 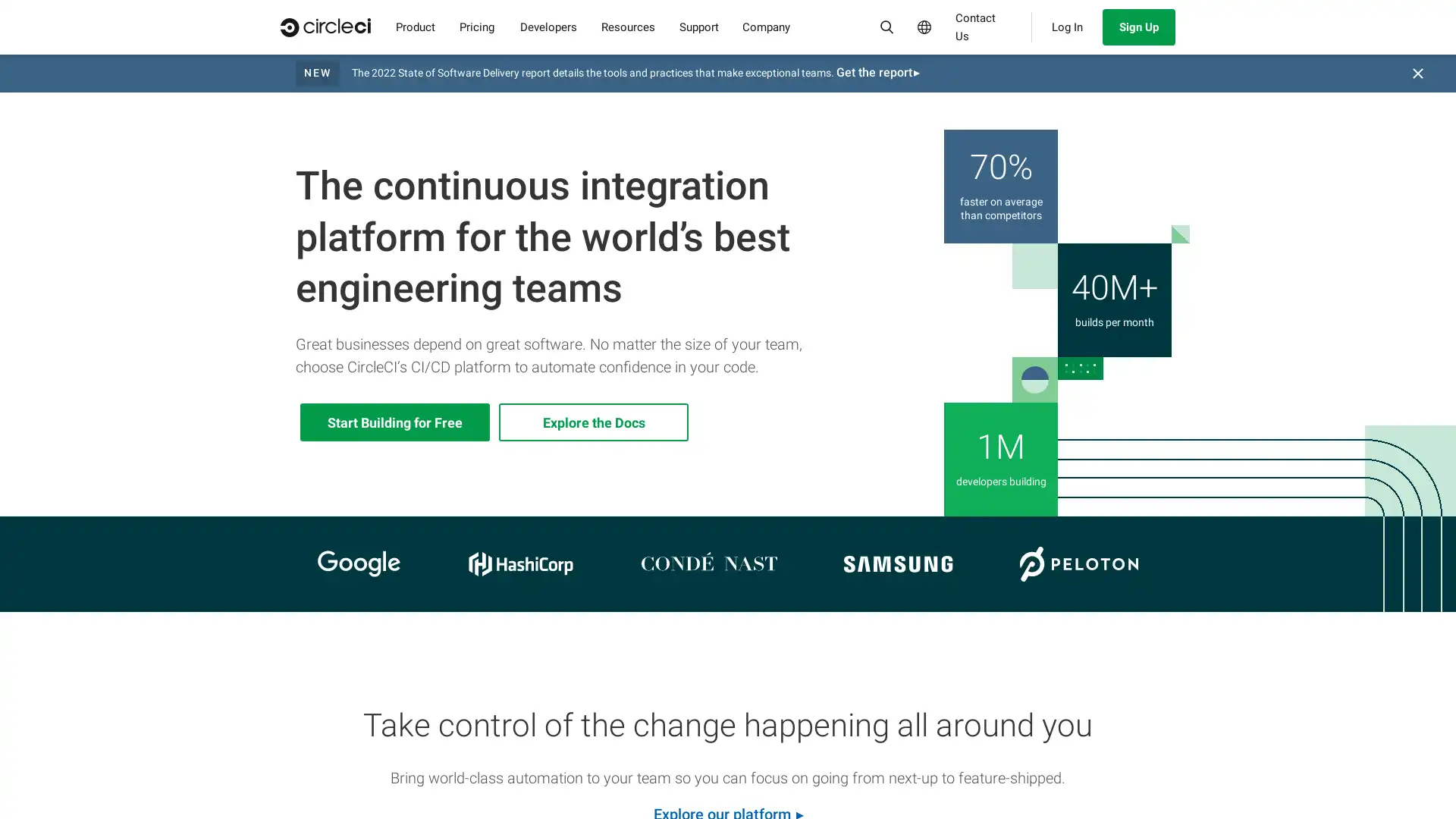 I want to click on Close banner, so click(x=1417, y=73).